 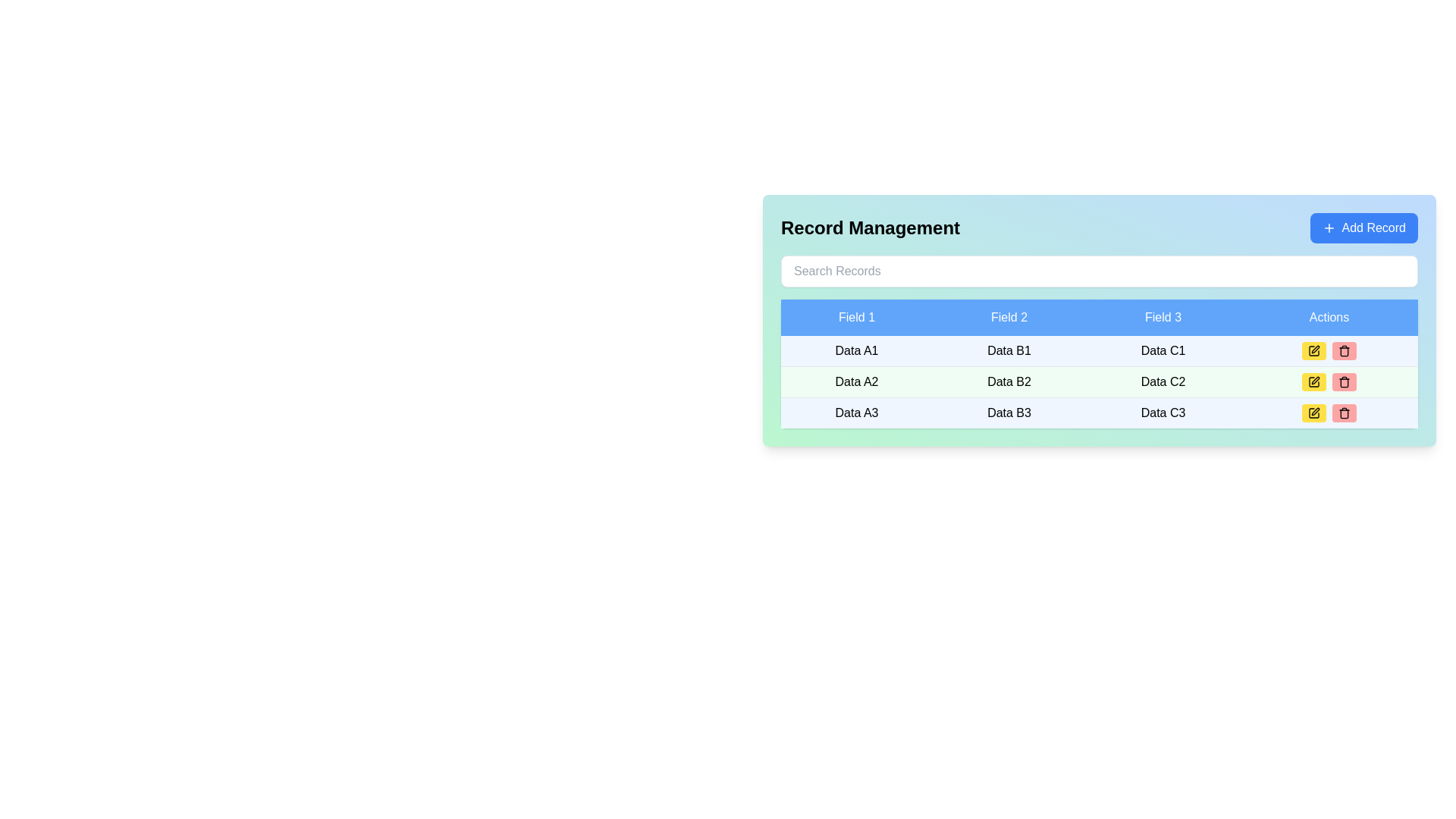 I want to click on the Text Label displaying 'Data C2', located in the third column of the second row of the table within the Record Management section, so click(x=1163, y=381).